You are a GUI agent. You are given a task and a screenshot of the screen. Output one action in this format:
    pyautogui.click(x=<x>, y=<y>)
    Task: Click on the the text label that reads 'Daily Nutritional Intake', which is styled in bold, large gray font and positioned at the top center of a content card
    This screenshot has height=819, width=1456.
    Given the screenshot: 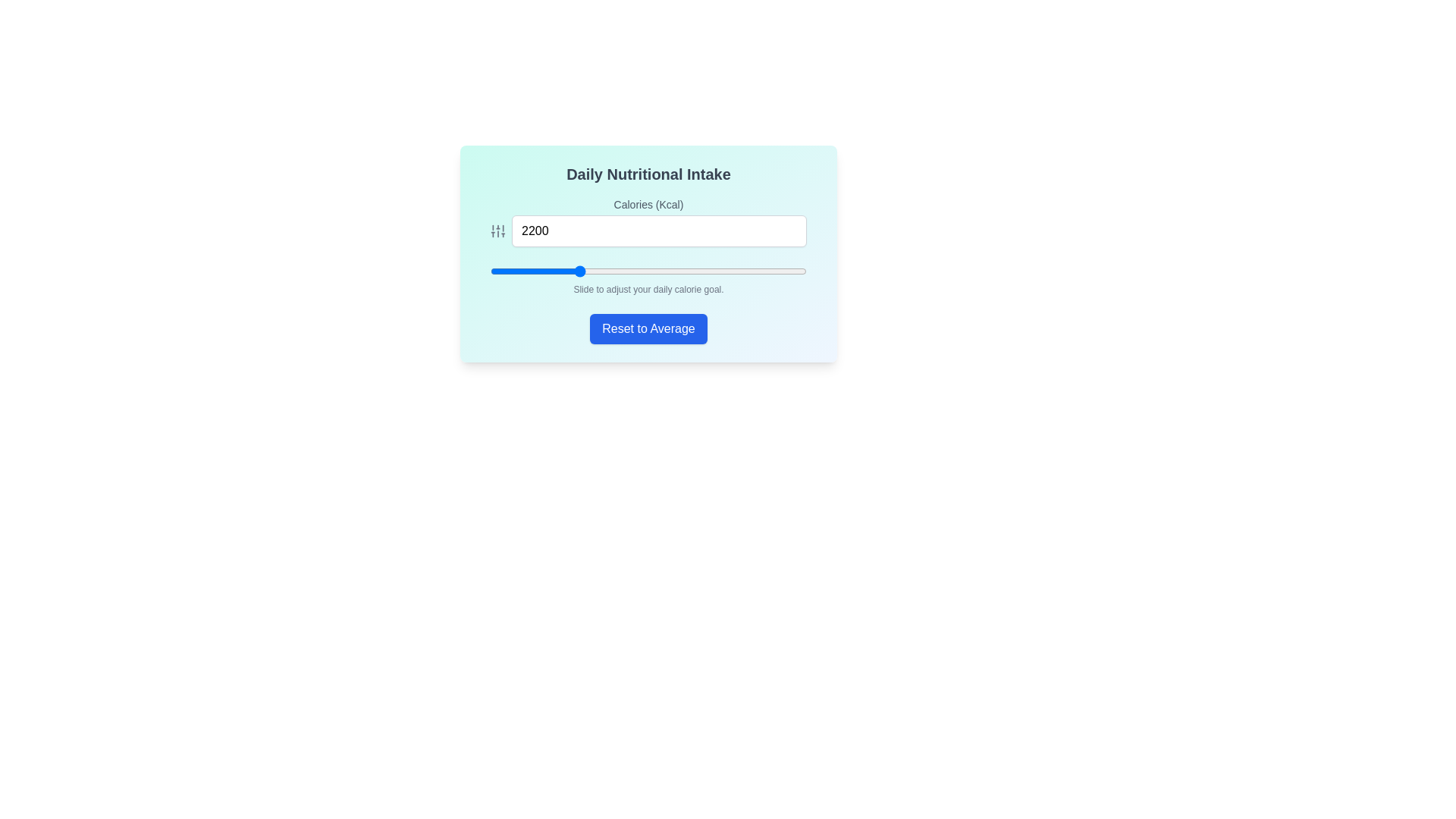 What is the action you would take?
    pyautogui.click(x=648, y=174)
    